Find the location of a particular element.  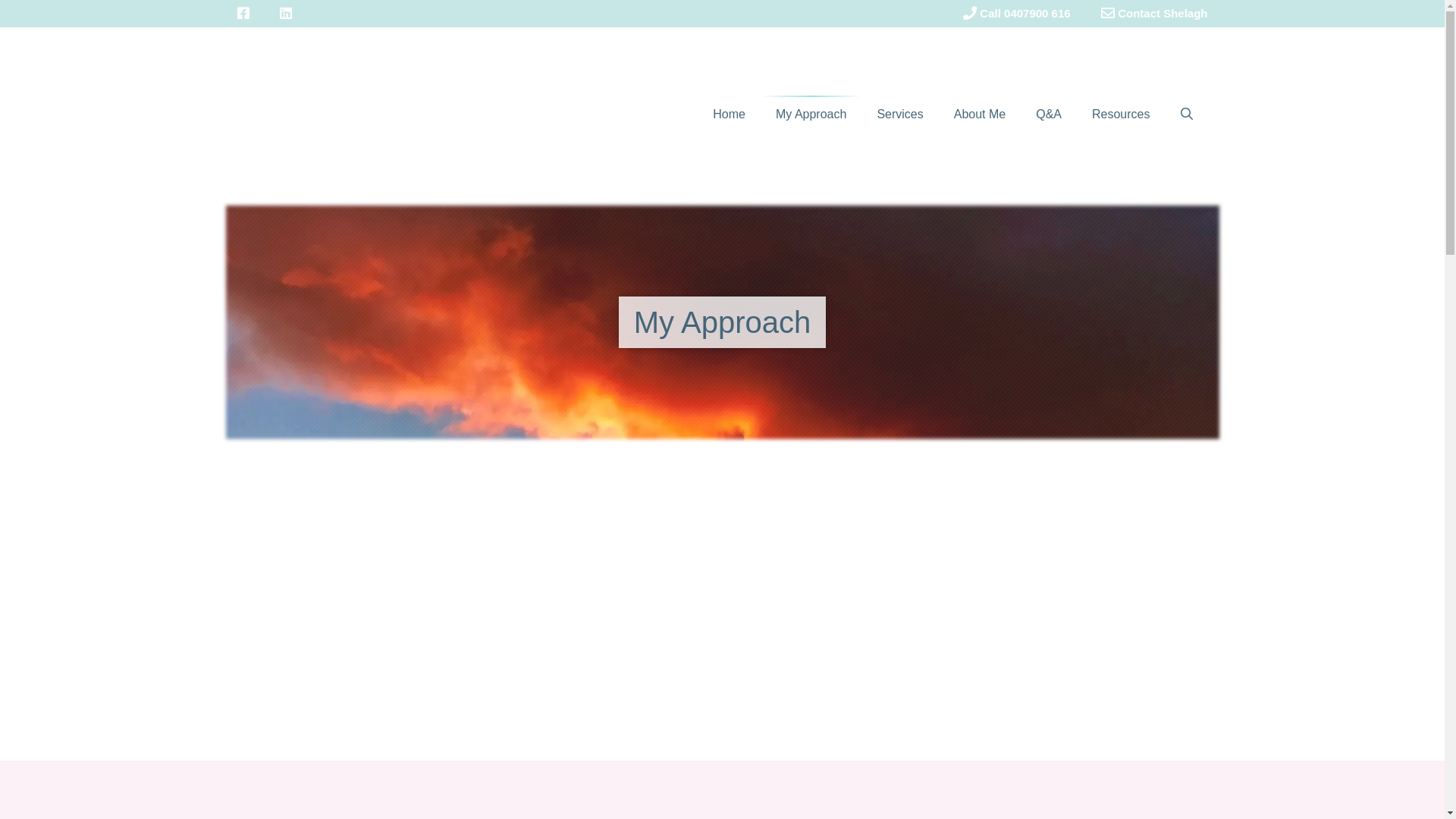

'Q&A' is located at coordinates (1047, 113).